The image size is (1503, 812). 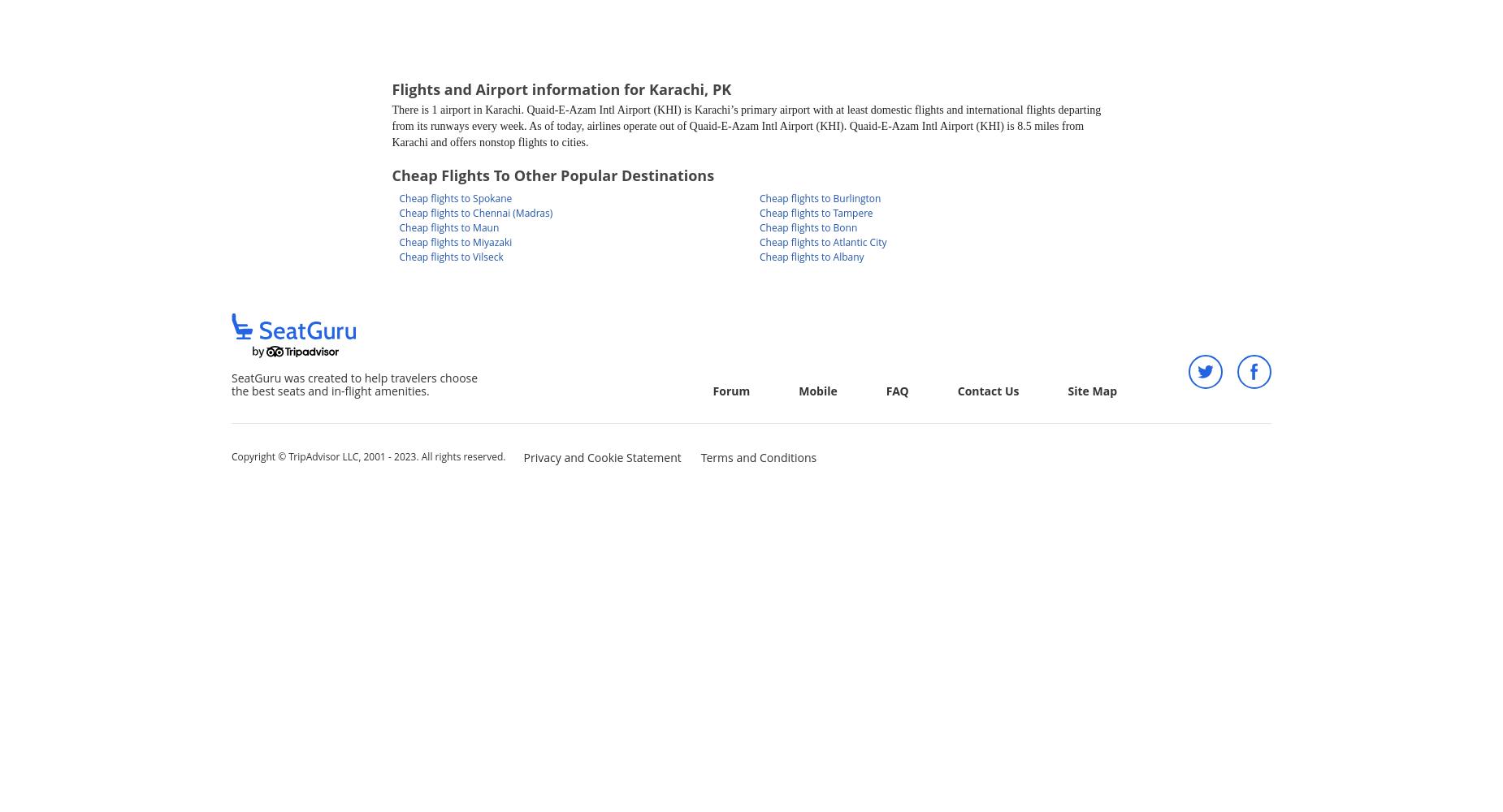 What do you see at coordinates (700, 456) in the screenshot?
I see `'Terms and Conditions'` at bounding box center [700, 456].